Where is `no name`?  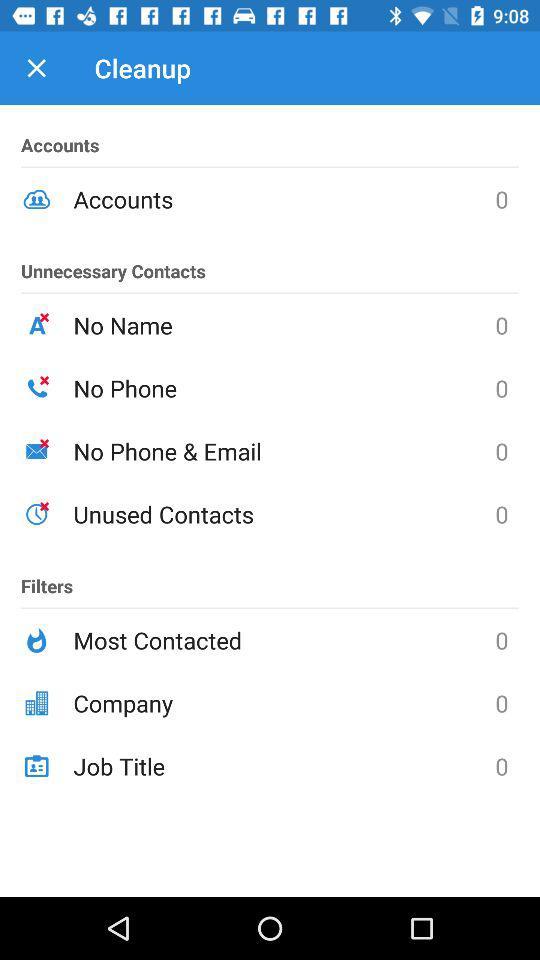
no name is located at coordinates (283, 325).